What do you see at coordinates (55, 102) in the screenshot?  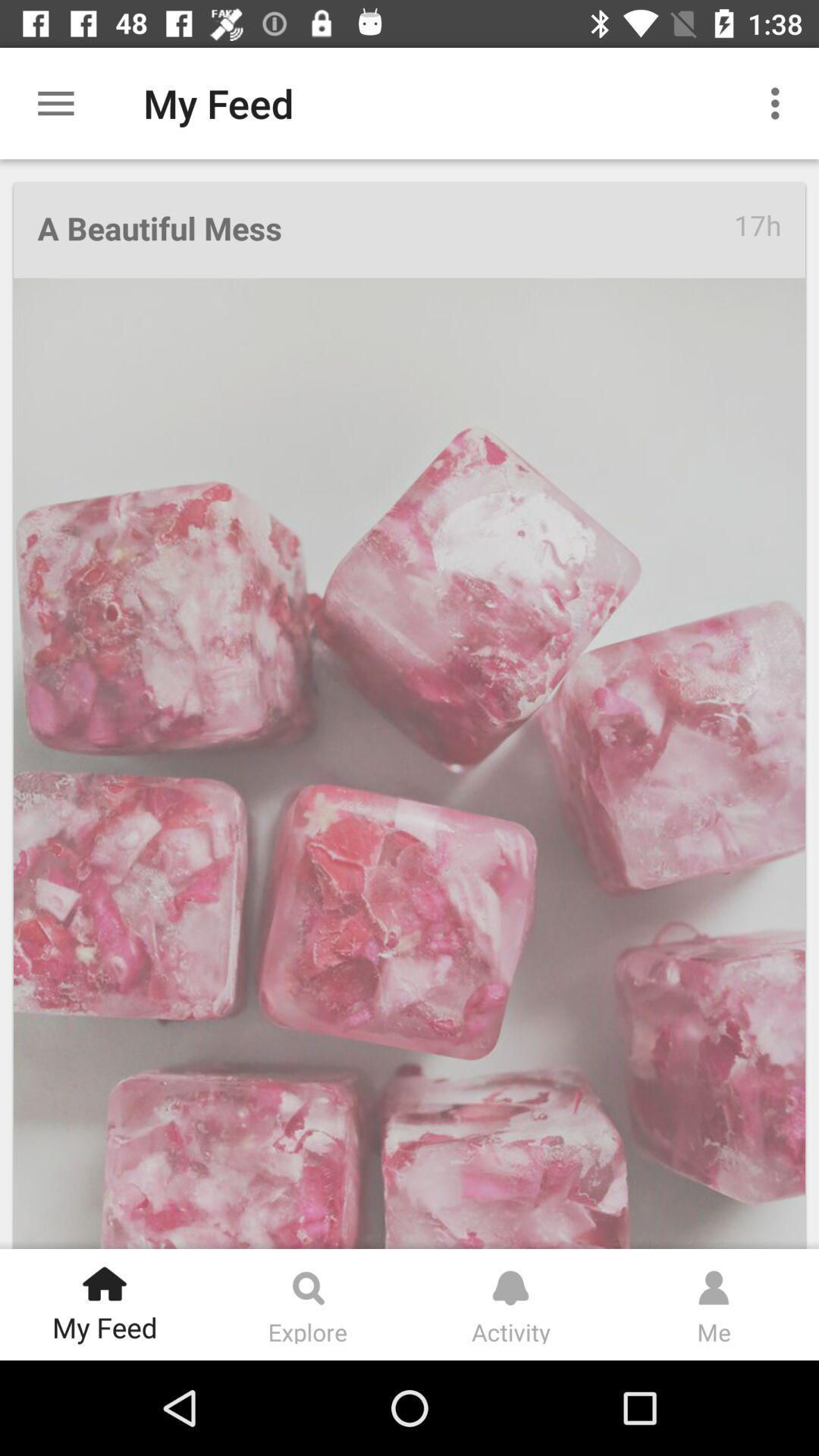 I see `item next to my feed` at bounding box center [55, 102].